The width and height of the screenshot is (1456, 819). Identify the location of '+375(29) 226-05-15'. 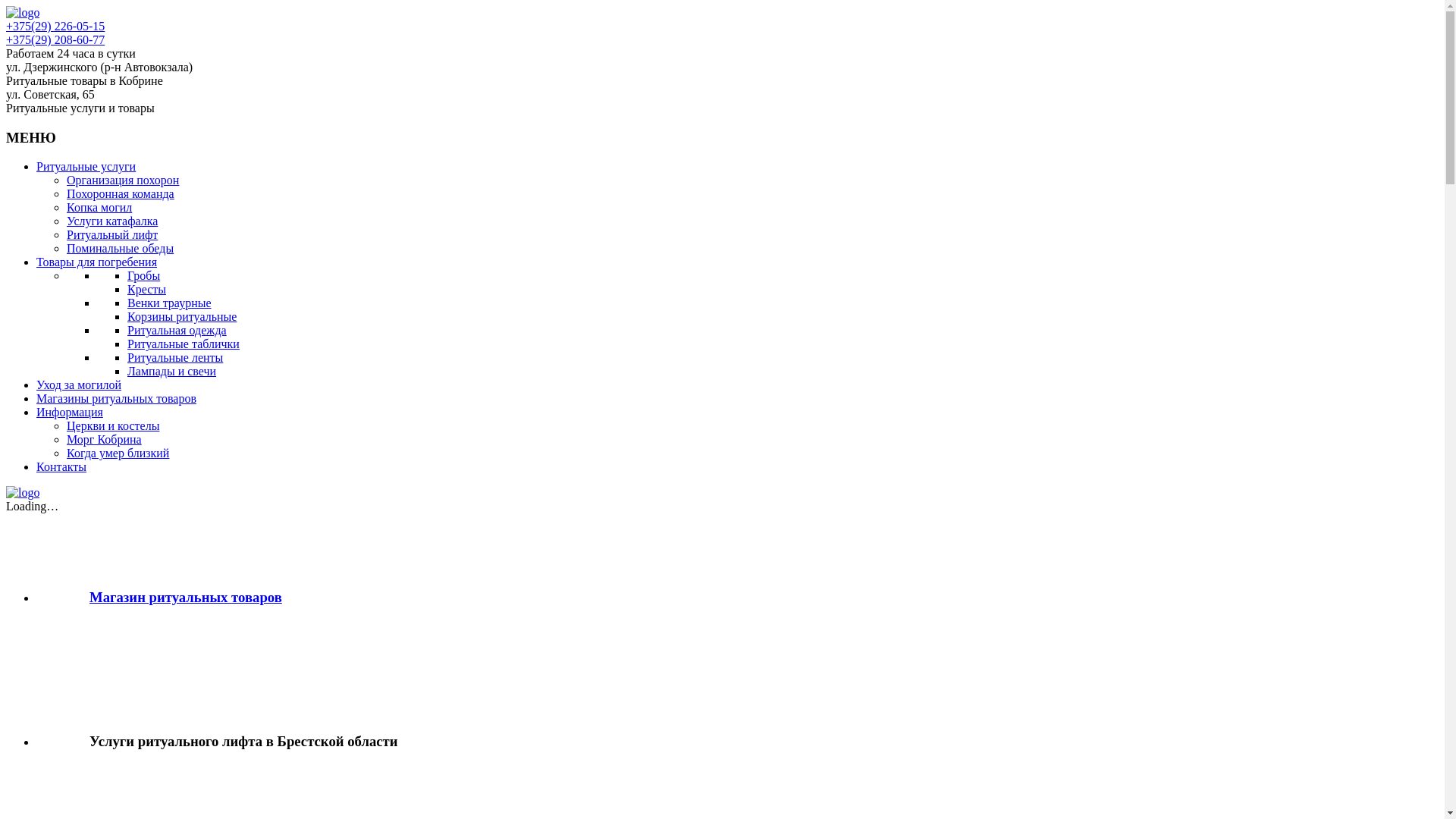
(6, 26).